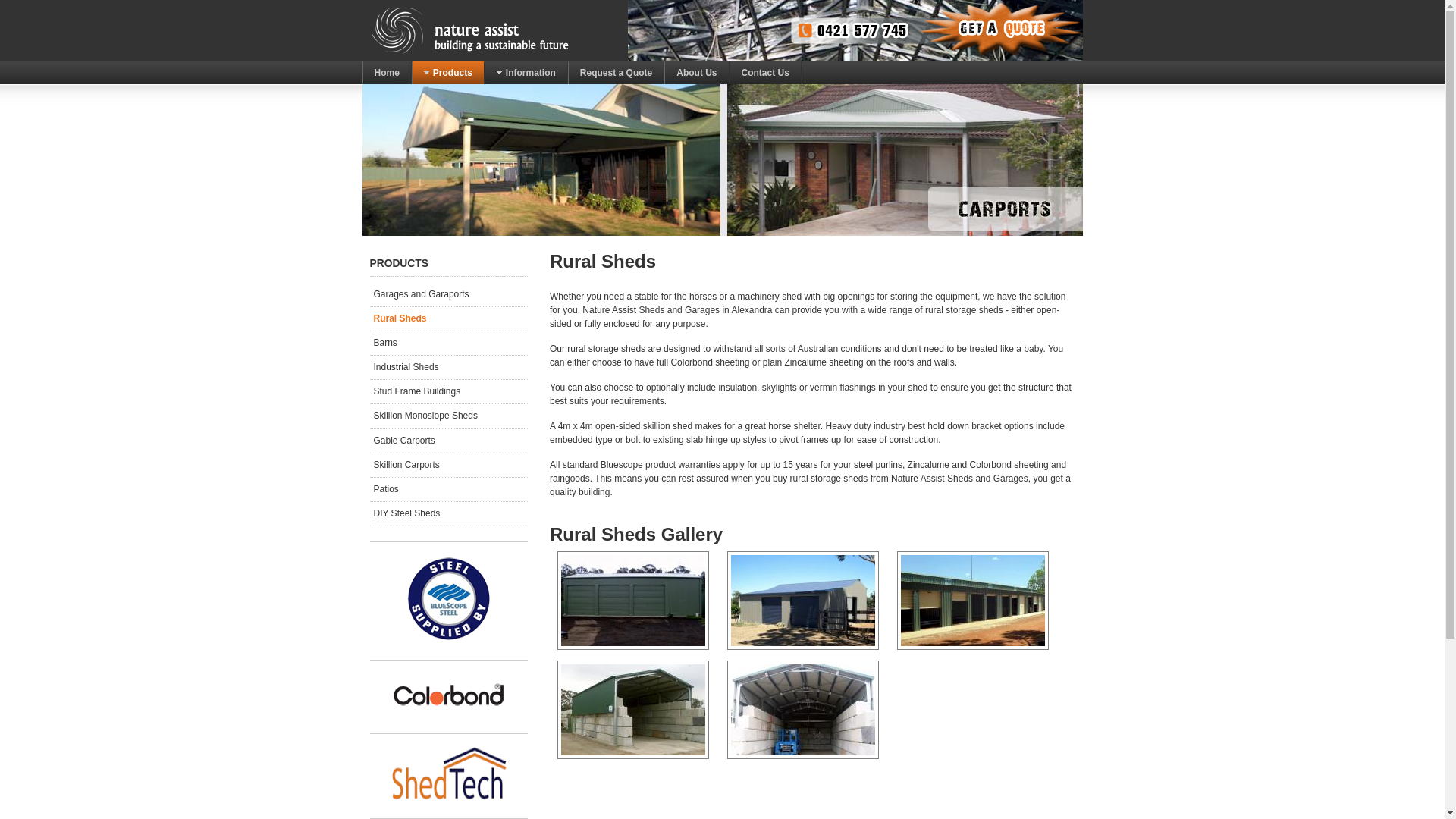 This screenshot has width=1456, height=819. I want to click on 'Stud Frame Buildings', so click(370, 391).